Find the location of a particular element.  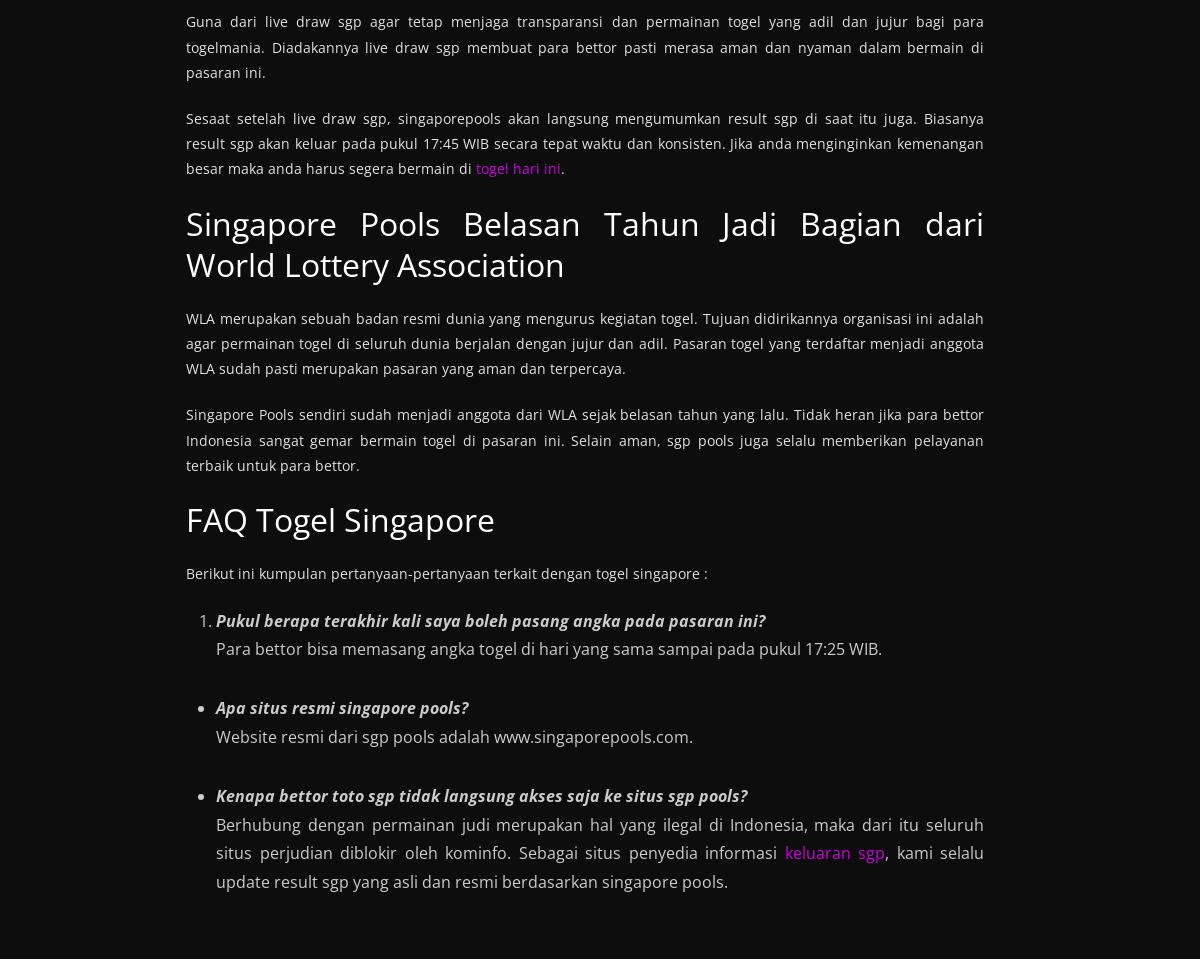

'Singapore Pools sendiri sudah menjadi anggota dari WLA sejak belasan tahun yang lalu. Tidak heran jika para bettor Indonesia sangat gemar bermain togel di pasaran ini. Selain aman, sgp pools juga selalu memberikan pelayanan terbaik untuk para bettor.' is located at coordinates (584, 438).